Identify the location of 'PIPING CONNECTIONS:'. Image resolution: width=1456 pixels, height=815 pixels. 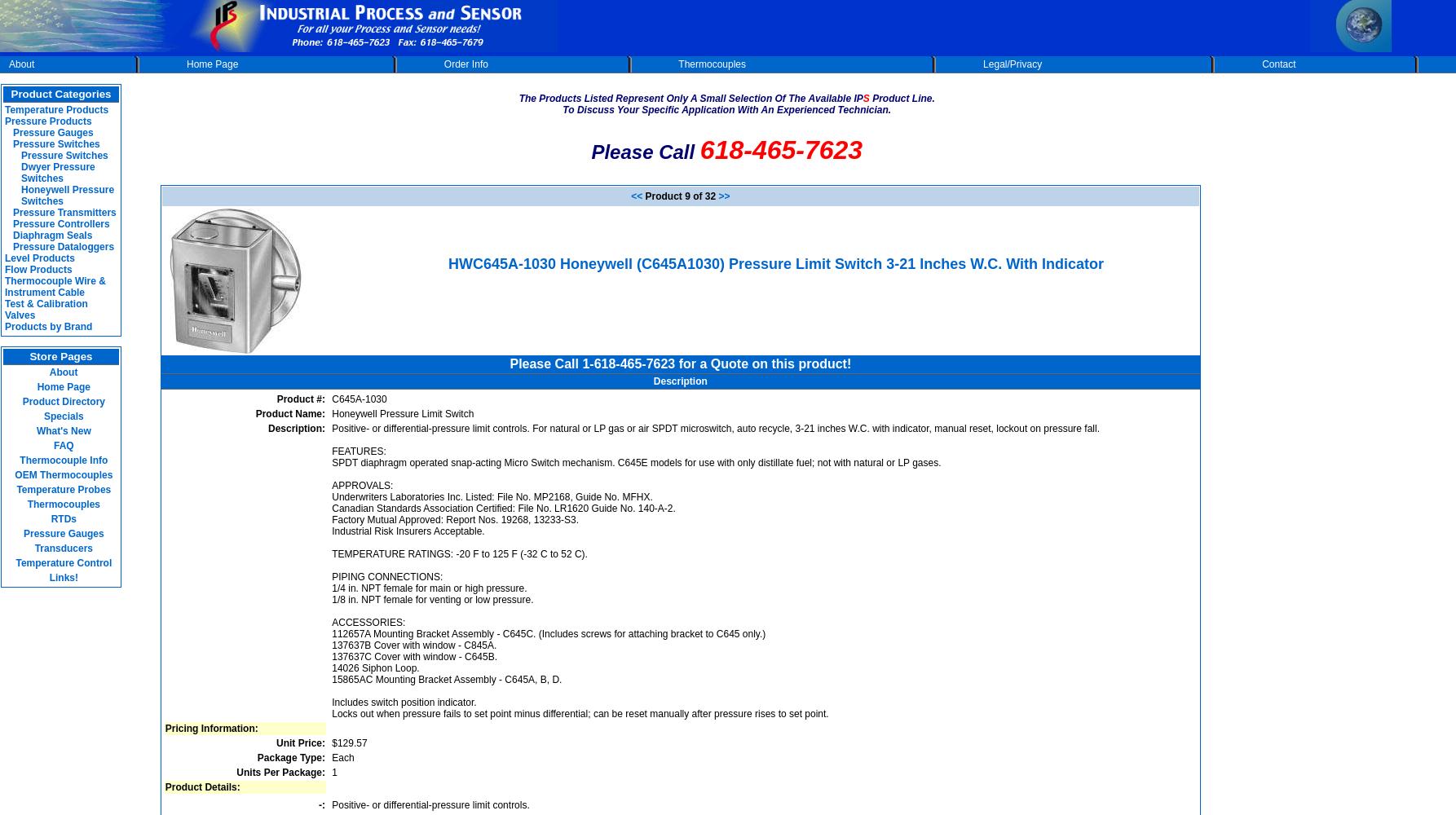
(332, 575).